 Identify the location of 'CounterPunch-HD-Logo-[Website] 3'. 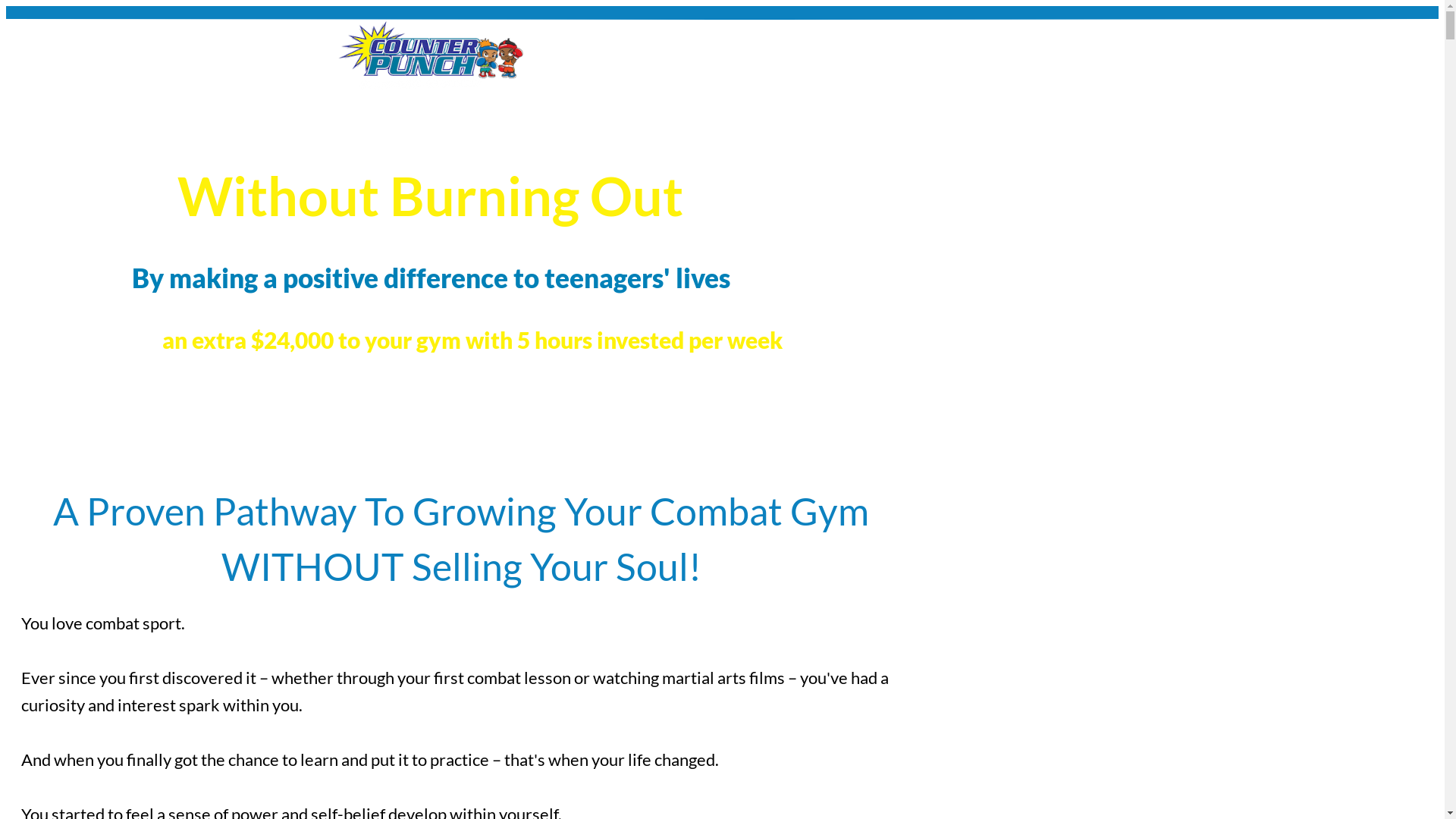
(429, 54).